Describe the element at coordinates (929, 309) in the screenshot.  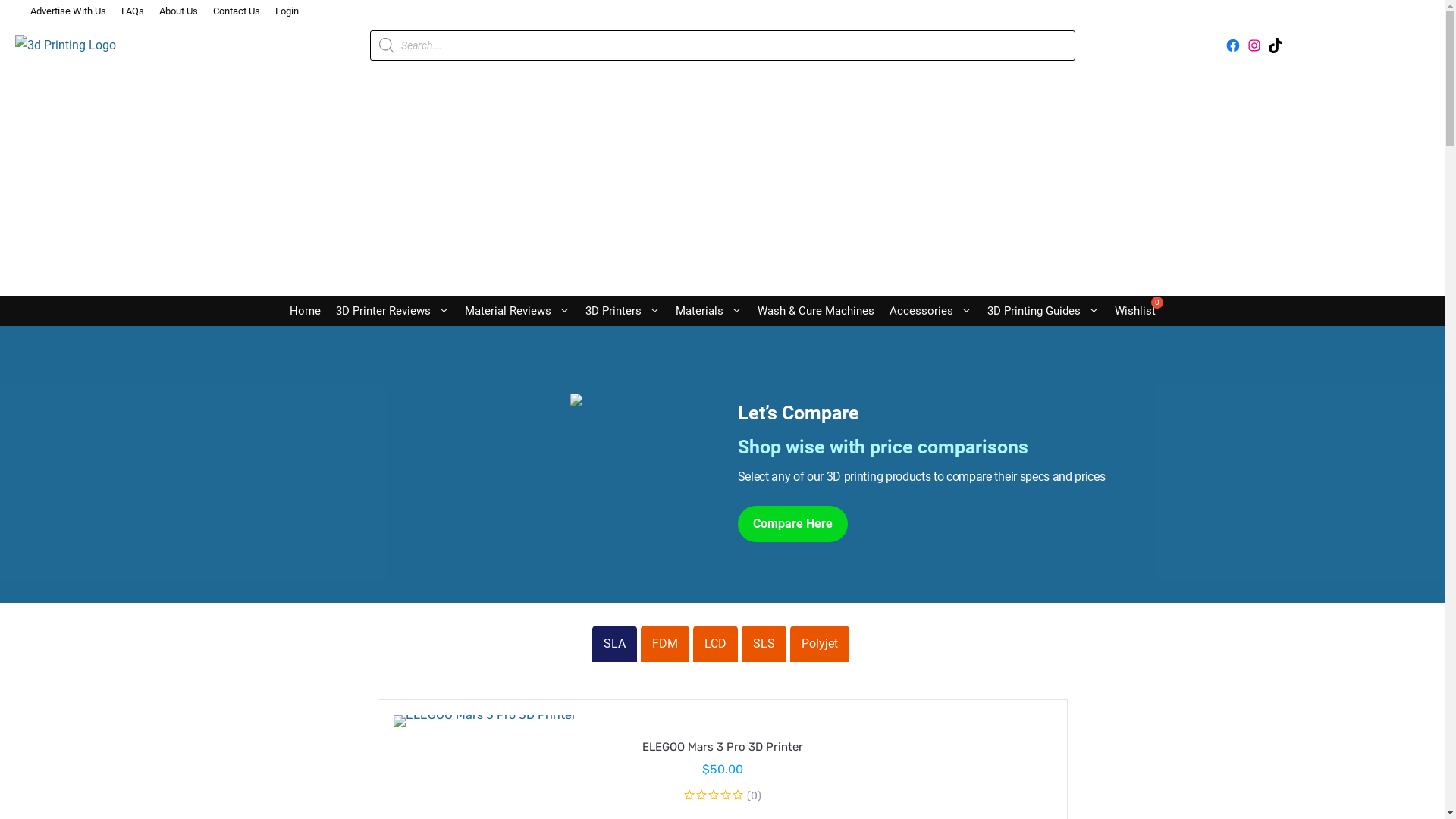
I see `'Accessories'` at that location.